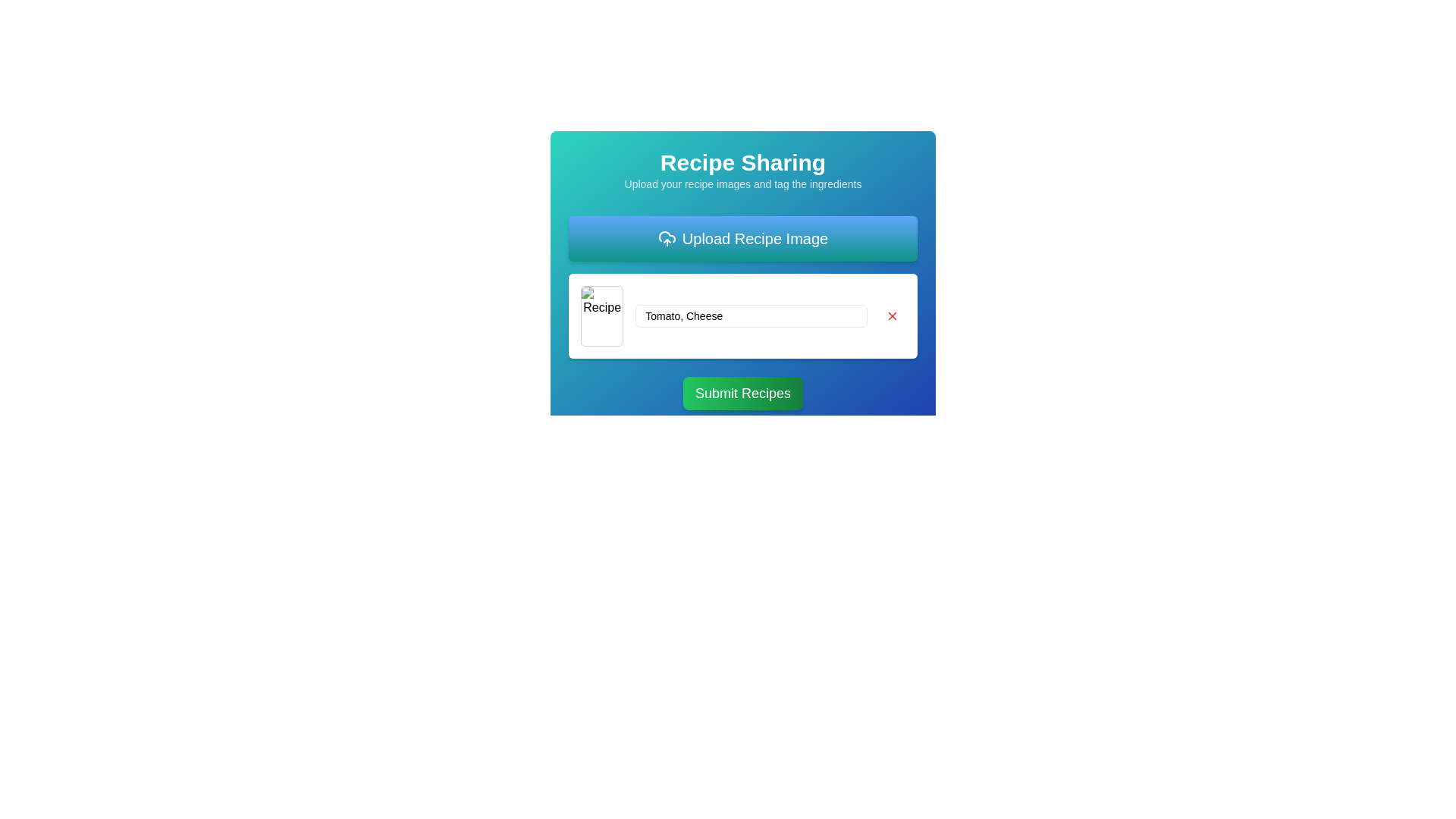  I want to click on the 'Submit Recipes' button, which is a horizontally aligned, rectangular button with a vibrant green gradient background and white text, positioned below the ingredients input field, so click(742, 393).